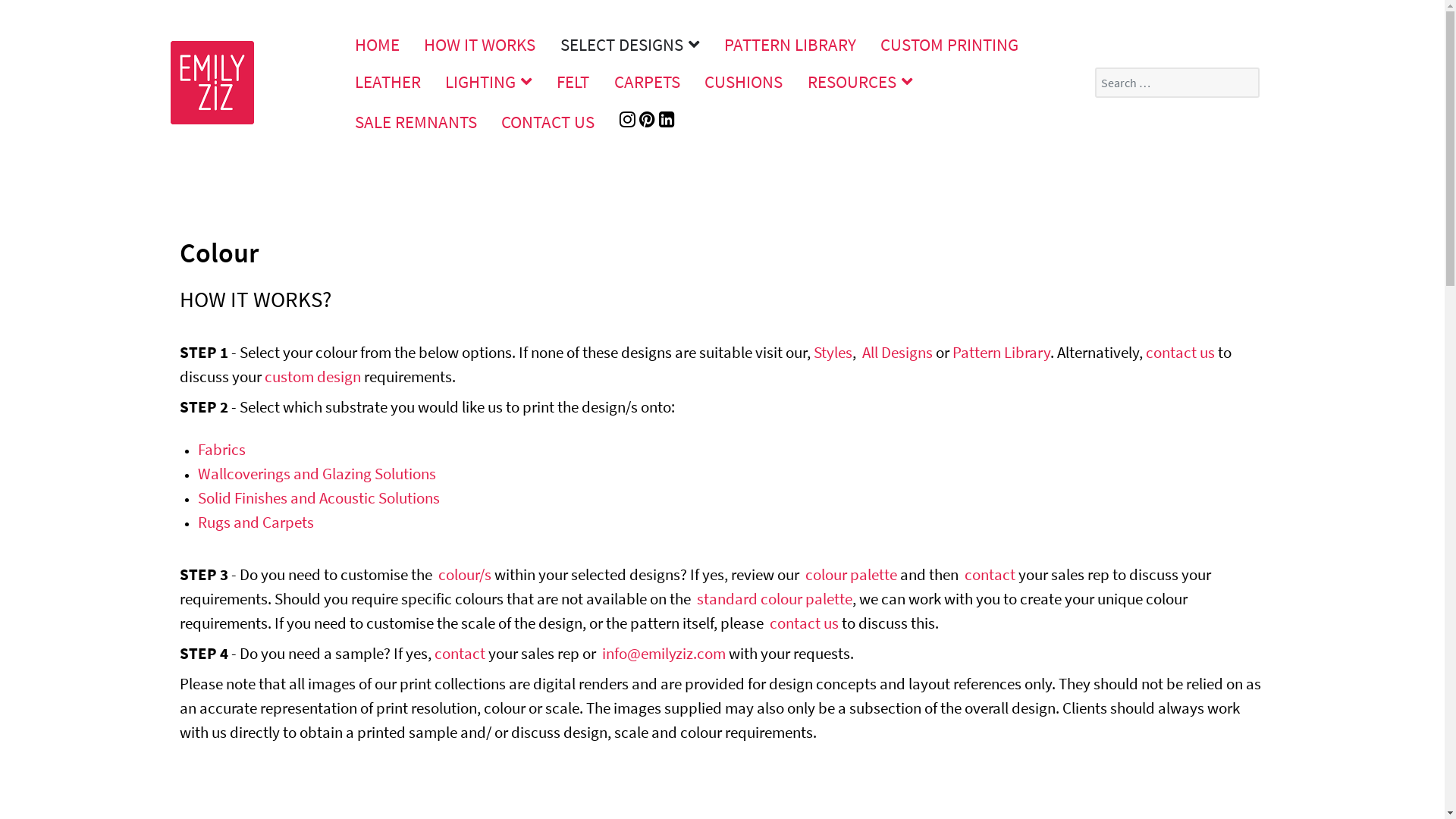 The width and height of the screenshot is (1456, 819). I want to click on 'Emilyziz', so click(210, 80).